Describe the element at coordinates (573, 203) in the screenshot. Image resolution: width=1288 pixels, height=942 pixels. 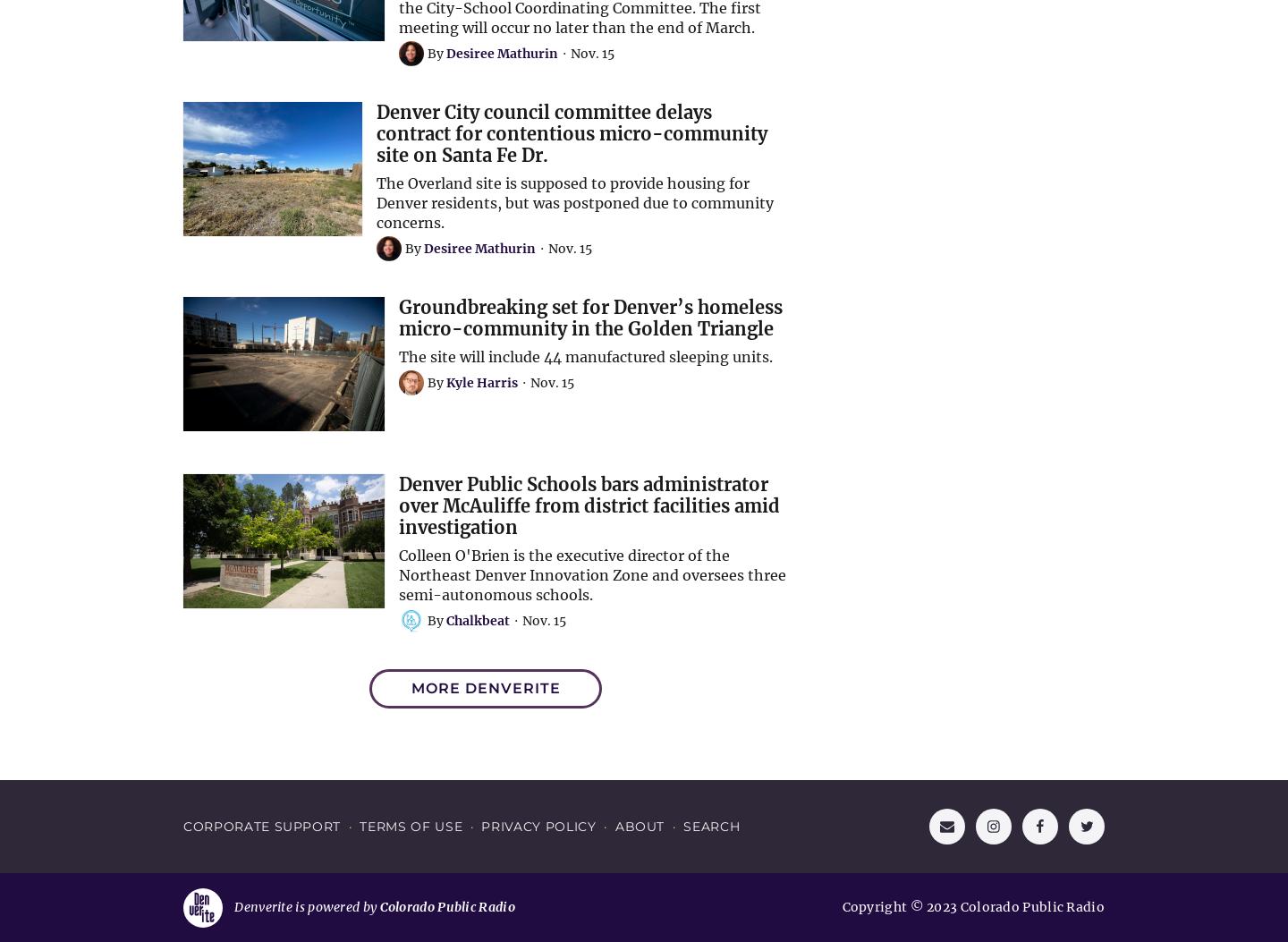
I see `'The Overland site is supposed to provide housing for Denver residents, but was postponed due to community concerns.'` at that location.